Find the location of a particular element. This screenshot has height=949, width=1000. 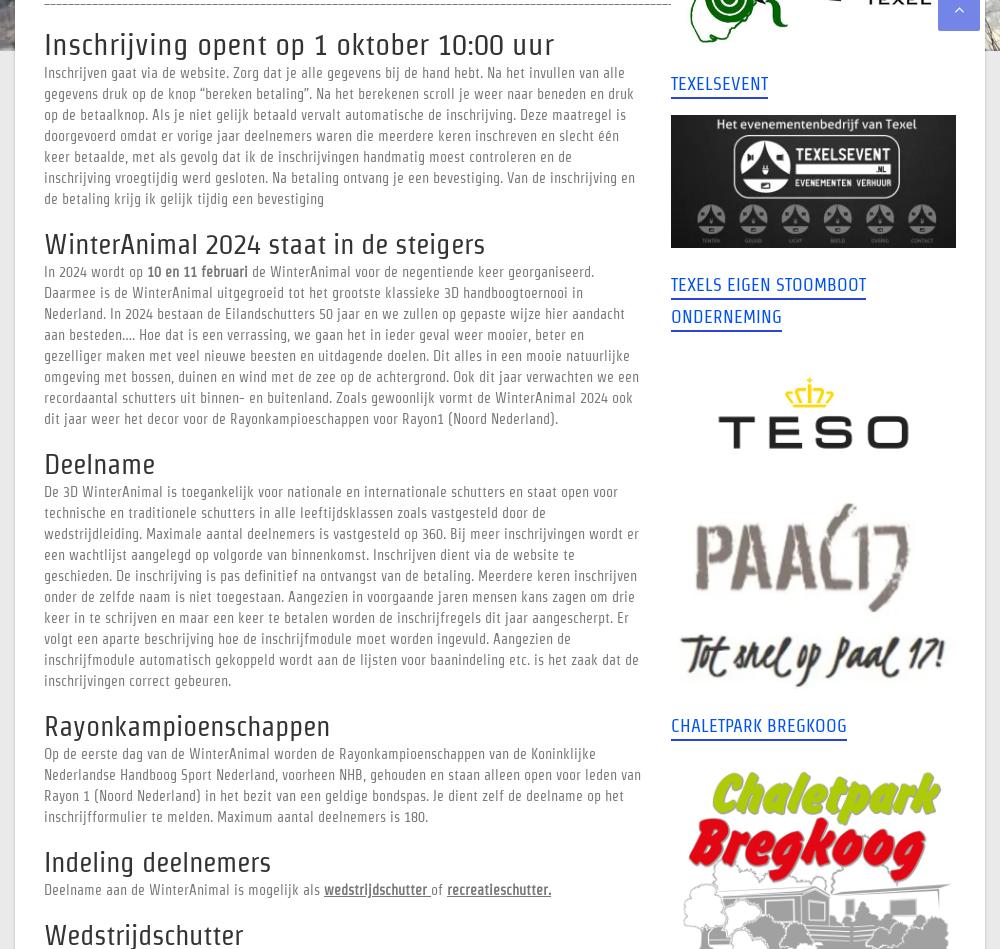

'De 3D WinterAnimal is toegankelijk voor nationale en internationale schutters en staat open voor technische en traditionele schutters in alle leeftijdsklassen zoals vastgesteld door de wedstrijdleiding. Maximale aantal deelnemers is vastgesteld op 360. Bij meer inschrijvingen wordt er een wachtlijst aangelegd op volgorde van binnenkomst. Inschrijven dient via de website te geschieden. De inschrijving is pas definitief na ontvangst van de betaling. Meerdere keren inschrijven onder de zelfde naam is niet toegestaan. Aangezien in voorgaande  jaren mensen kans zagen om drie keer in te schrijven en maar een keer te betalen worden de inschrijfregels dit jaar aangescherpt. Er volgt een aparte beschrijving hoe de inschrijfmodule moet worden ingevuld. Aangezien de inschrijfmodule automatisch gekoppeld wordt aan de lijsten voor baanindeling etc. is het zaak dat de inschrijvingen correct gebeuren.' is located at coordinates (44, 585).